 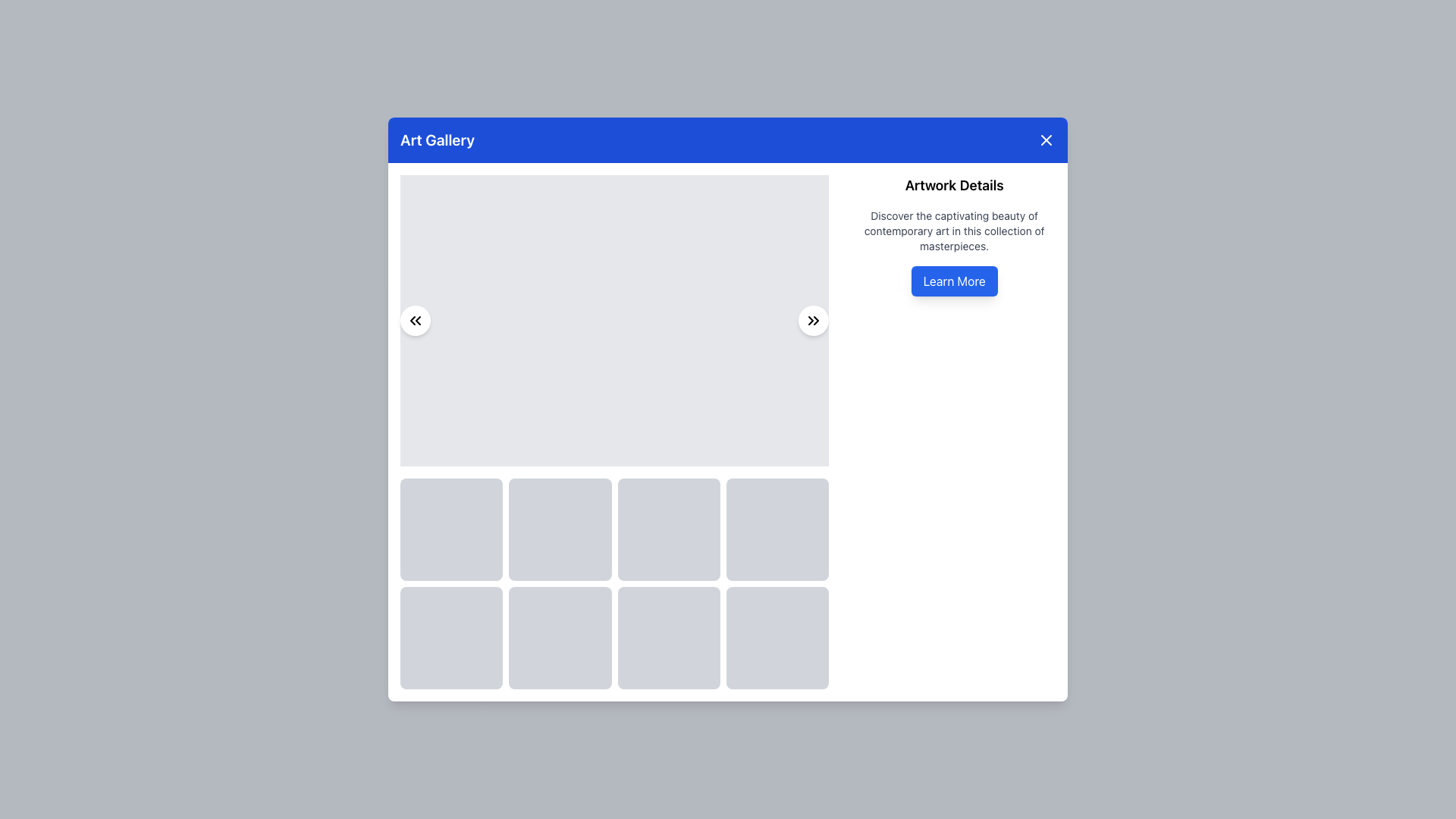 What do you see at coordinates (668, 638) in the screenshot?
I see `the light gray square with rounded corners, which is the third square in the second row of the 4x2 grid located at the bottom of the visible area` at bounding box center [668, 638].